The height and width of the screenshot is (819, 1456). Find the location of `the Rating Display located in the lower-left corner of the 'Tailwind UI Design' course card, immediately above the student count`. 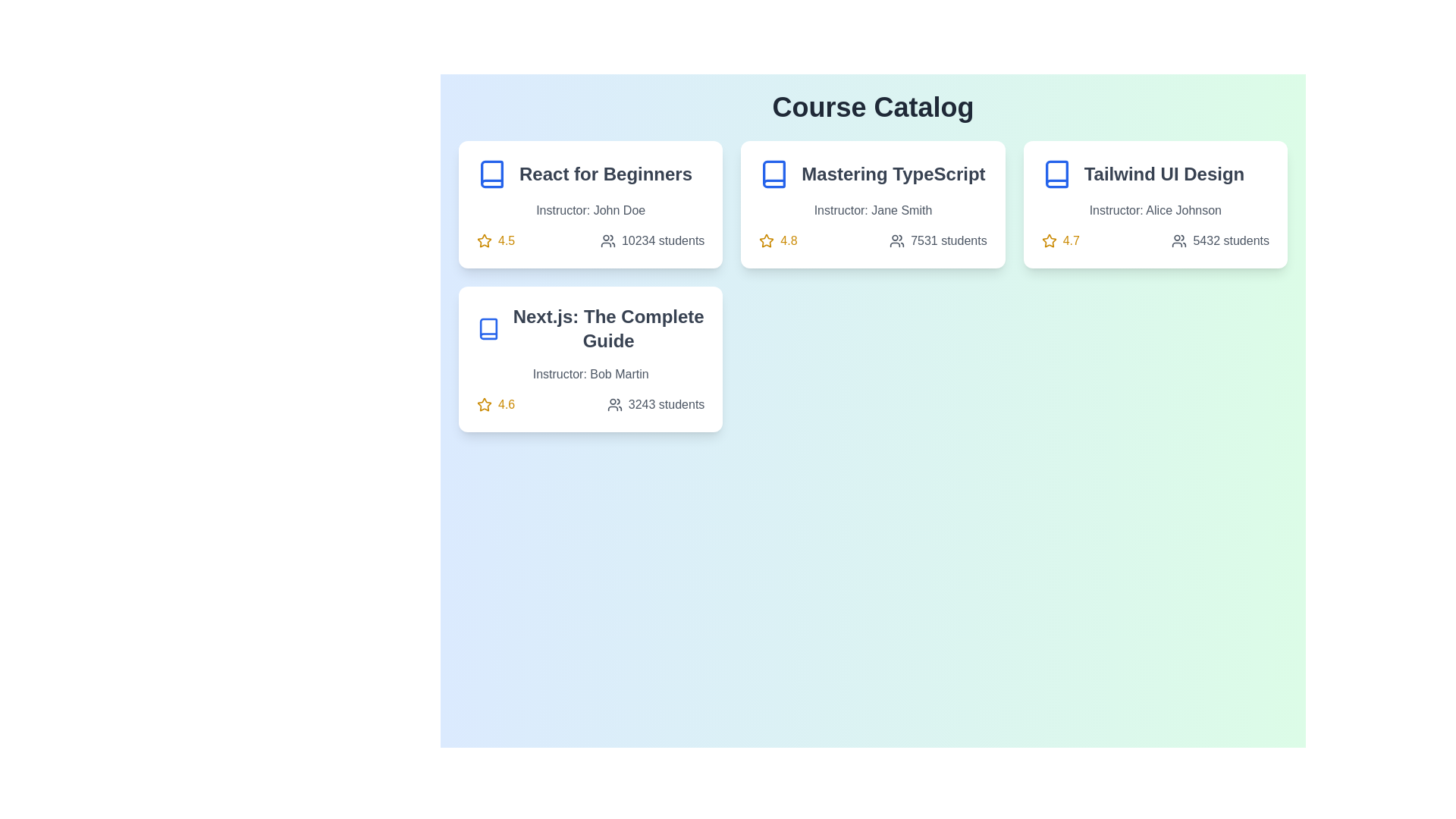

the Rating Display located in the lower-left corner of the 'Tailwind UI Design' course card, immediately above the student count is located at coordinates (1059, 240).